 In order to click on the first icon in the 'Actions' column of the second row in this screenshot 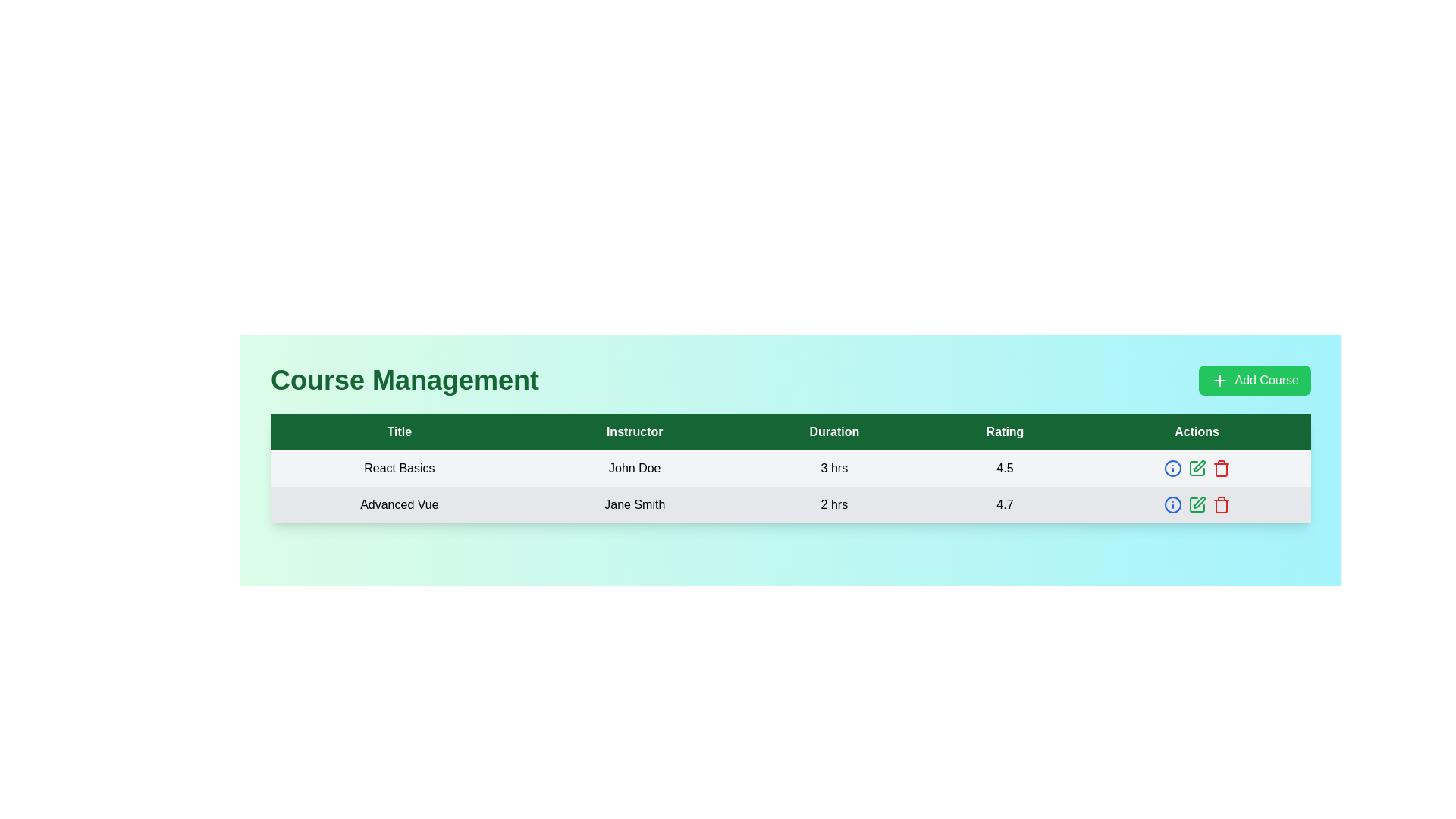, I will do `click(1172, 505)`.